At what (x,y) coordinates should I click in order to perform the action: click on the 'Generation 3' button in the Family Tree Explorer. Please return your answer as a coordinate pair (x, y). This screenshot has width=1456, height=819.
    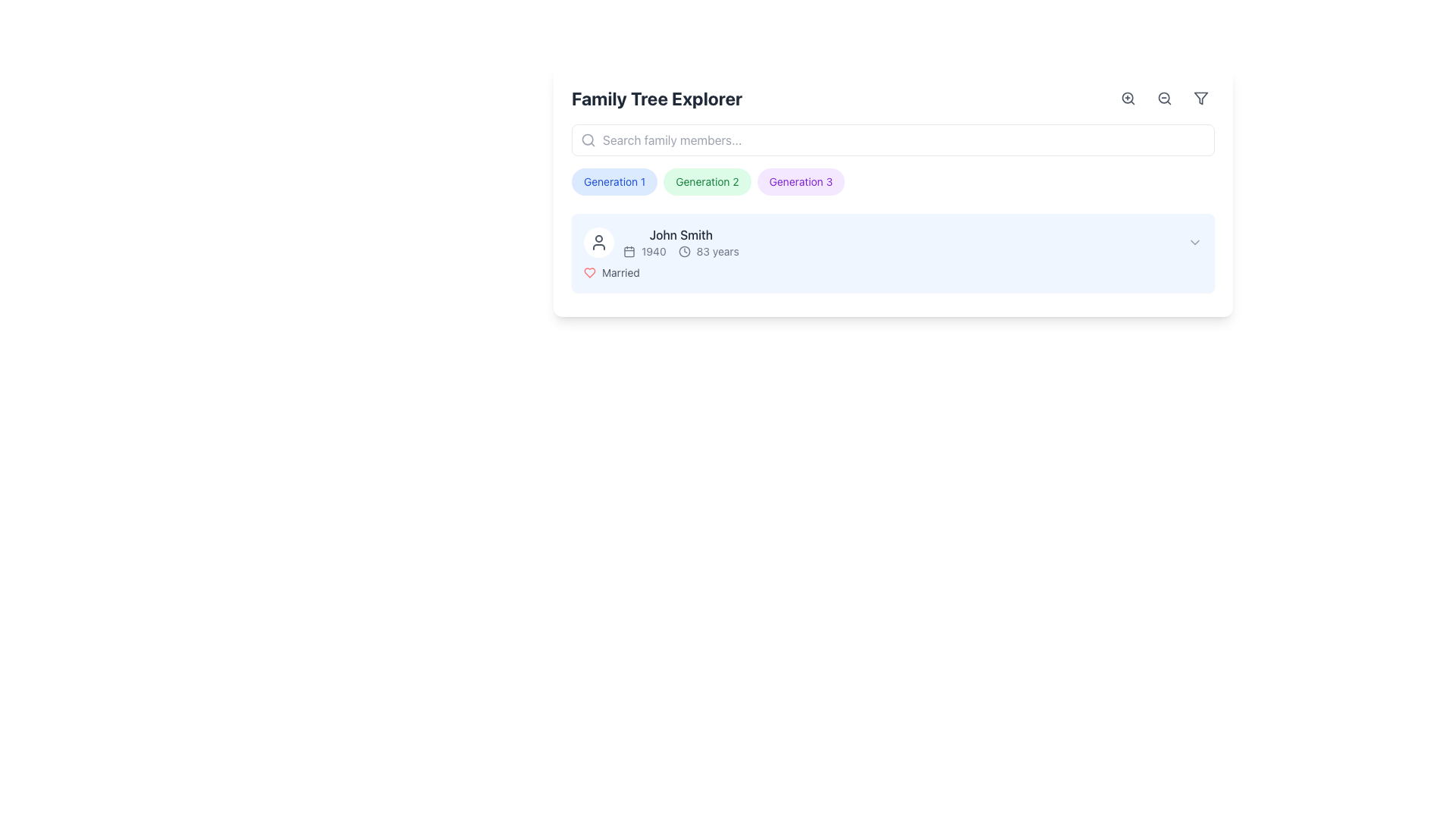
    Looking at the image, I should click on (800, 180).